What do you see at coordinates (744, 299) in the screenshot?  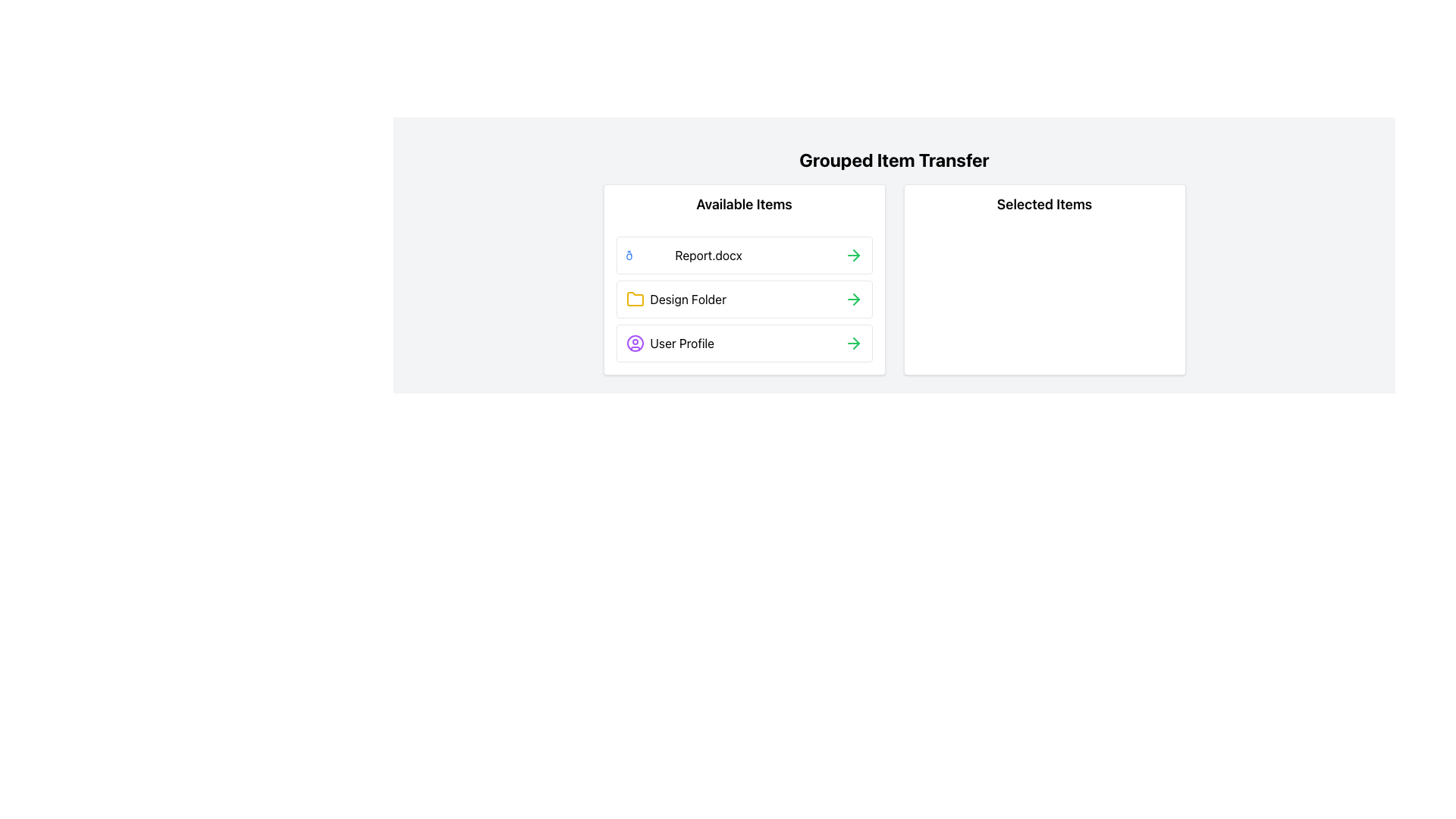 I see `the second selectable item in the 'Available Items' column` at bounding box center [744, 299].